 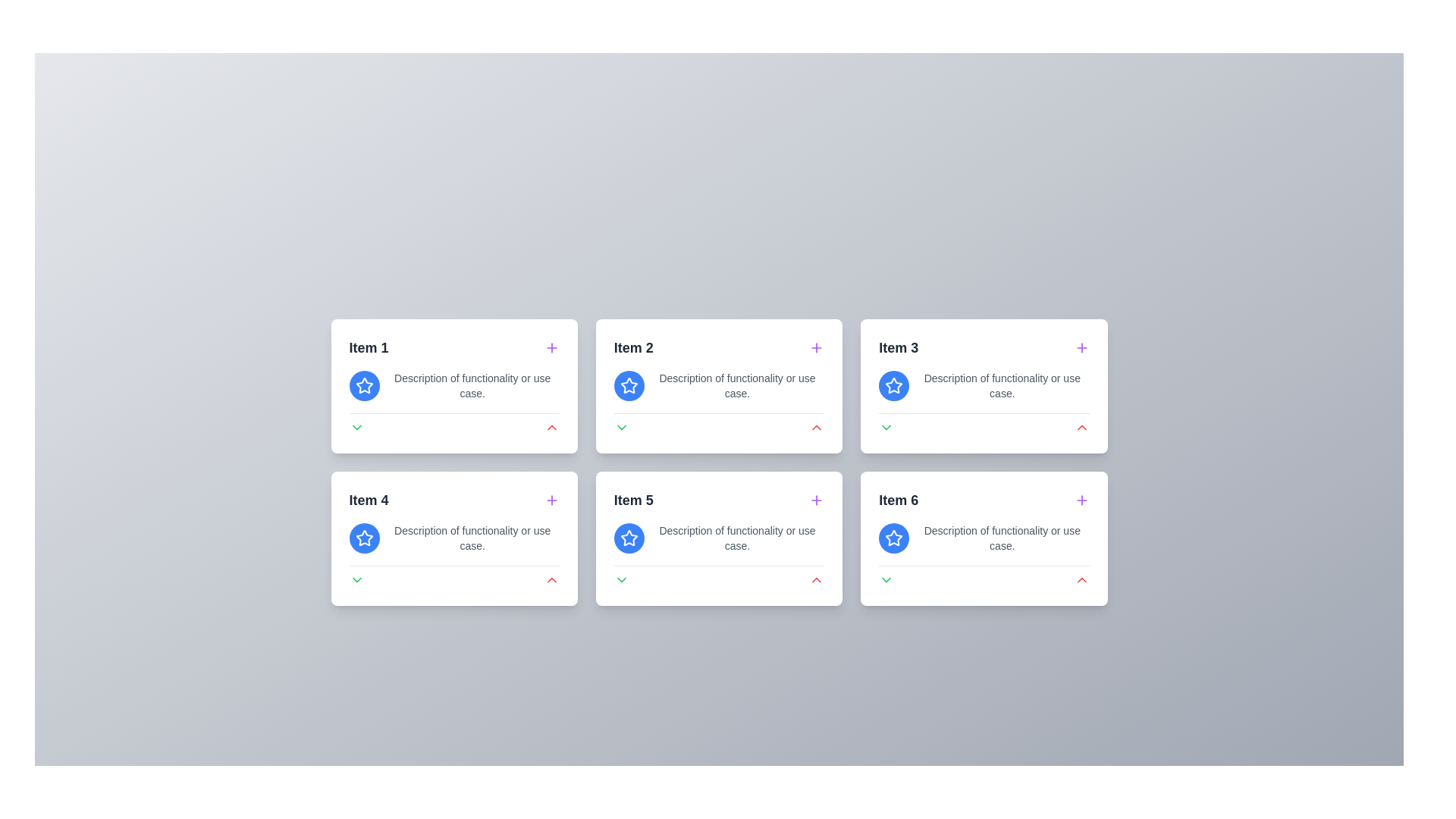 What do you see at coordinates (886, 579) in the screenshot?
I see `the icon button in the bottom-left corner of the 'Item 6' card` at bounding box center [886, 579].